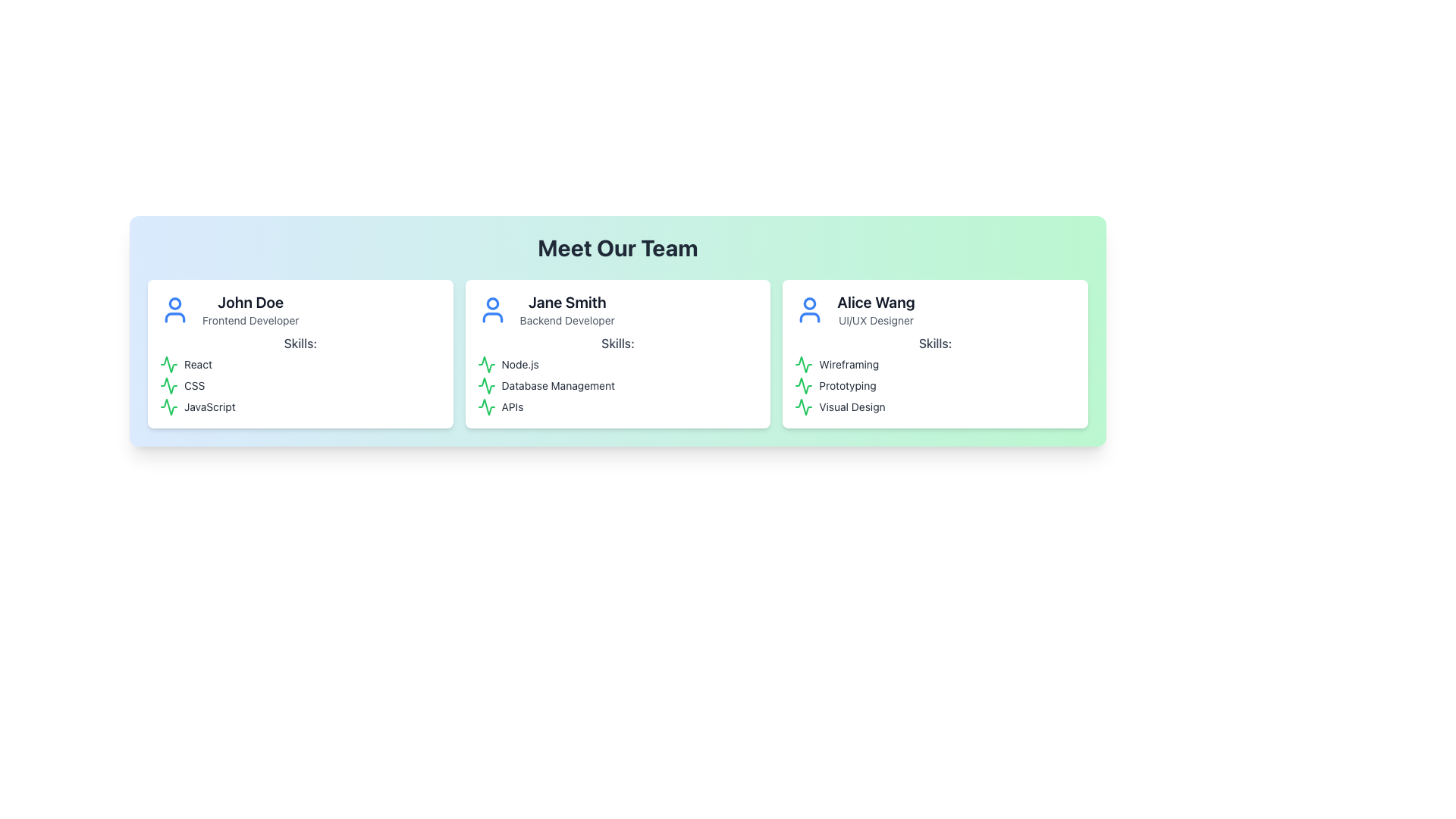 This screenshot has width=1456, height=819. Describe the element at coordinates (250, 309) in the screenshot. I see `the Text Display that shows the name and professional title of a person in the 'Meet Our Team' section` at that location.